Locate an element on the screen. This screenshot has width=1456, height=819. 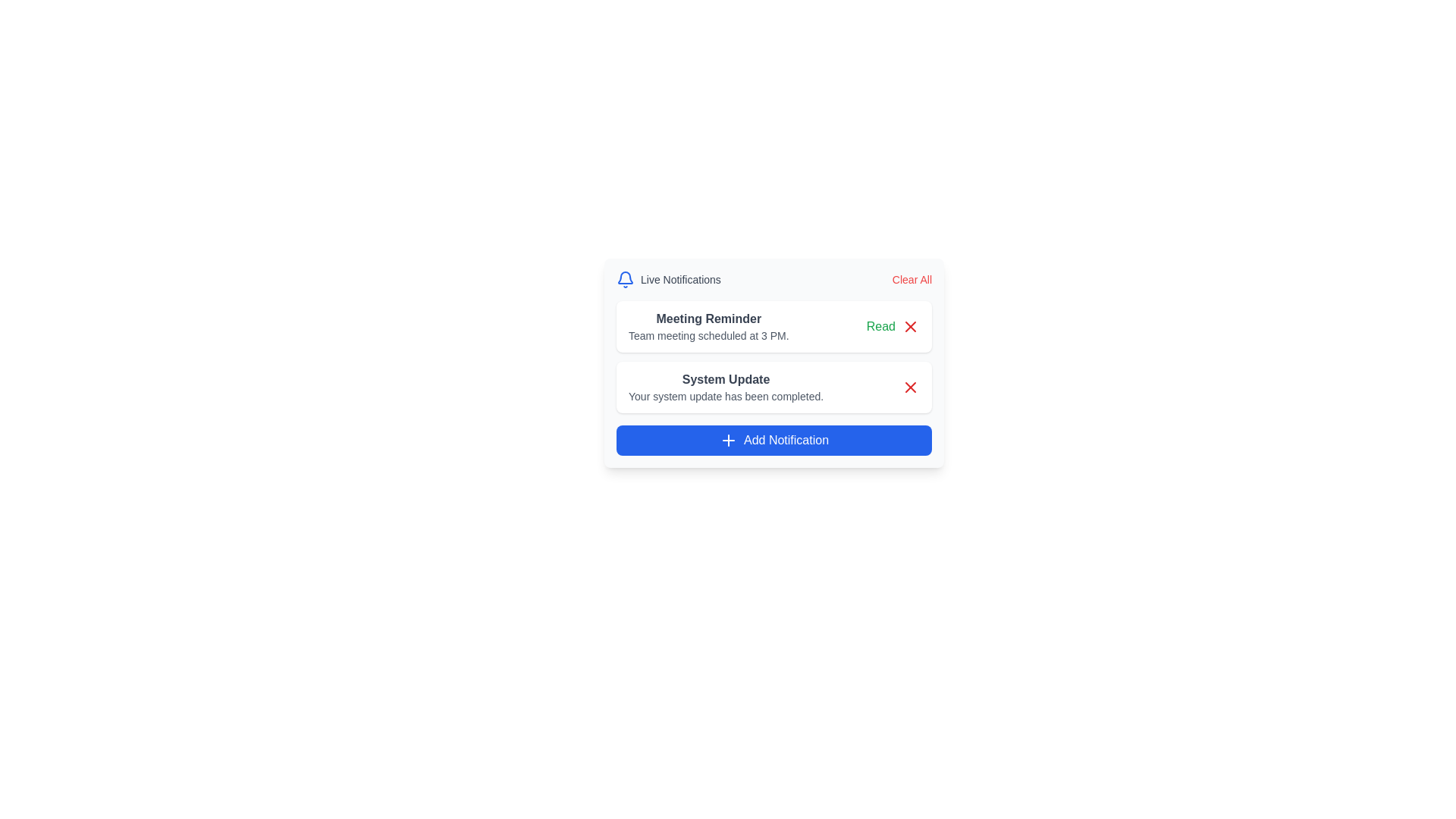
the notification icon, which serves as a static visual indicator for notifications located at the top-left corner of the notification section is located at coordinates (626, 278).